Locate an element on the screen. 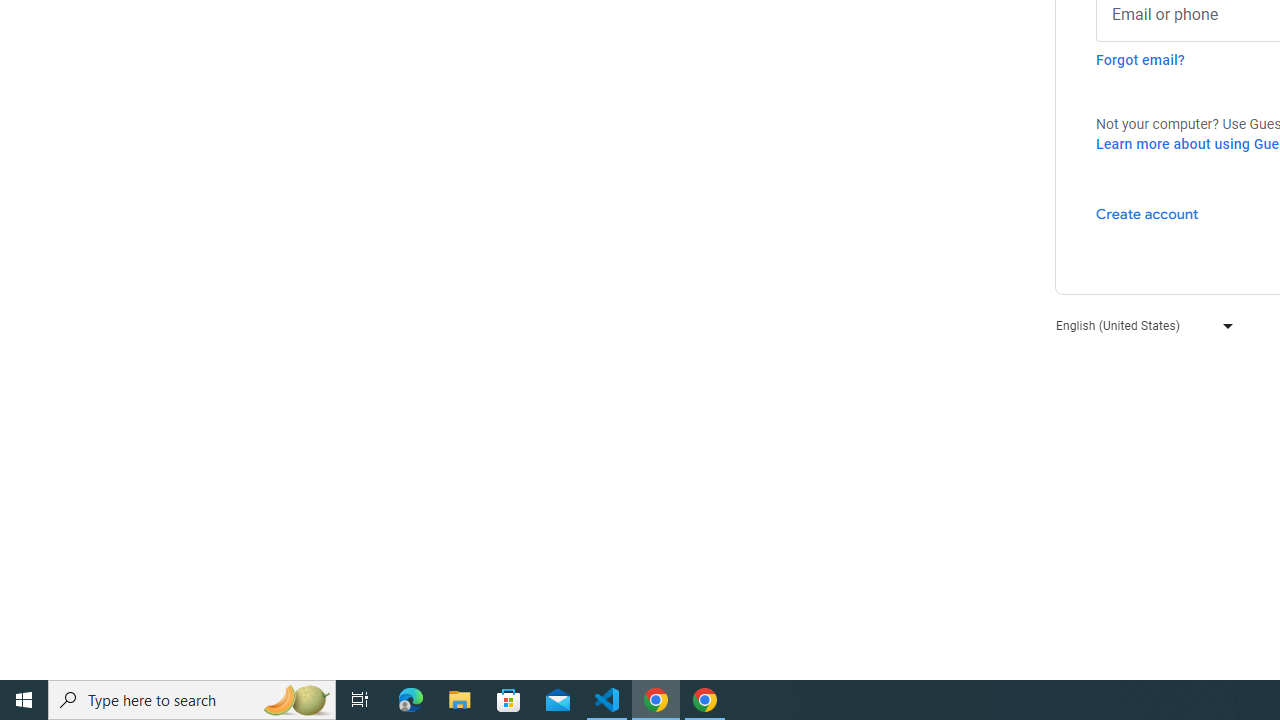 The width and height of the screenshot is (1280, 720). 'Create account' is located at coordinates (1146, 213).